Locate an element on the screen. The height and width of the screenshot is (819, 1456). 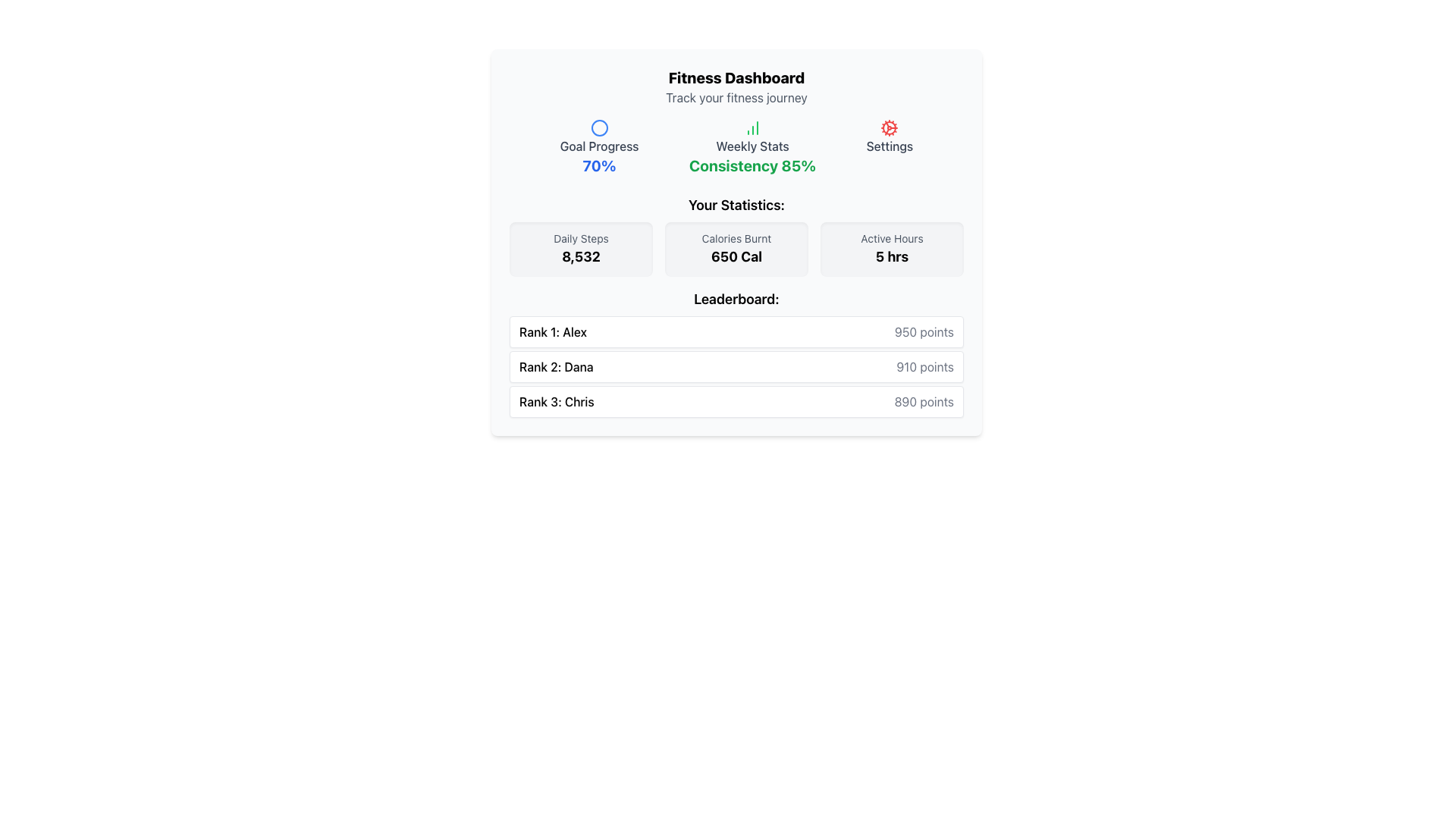
the 'Settings' label, which is styled with a medium gray font and positioned below a red gear icon in the Fitness Dashboard section is located at coordinates (890, 148).